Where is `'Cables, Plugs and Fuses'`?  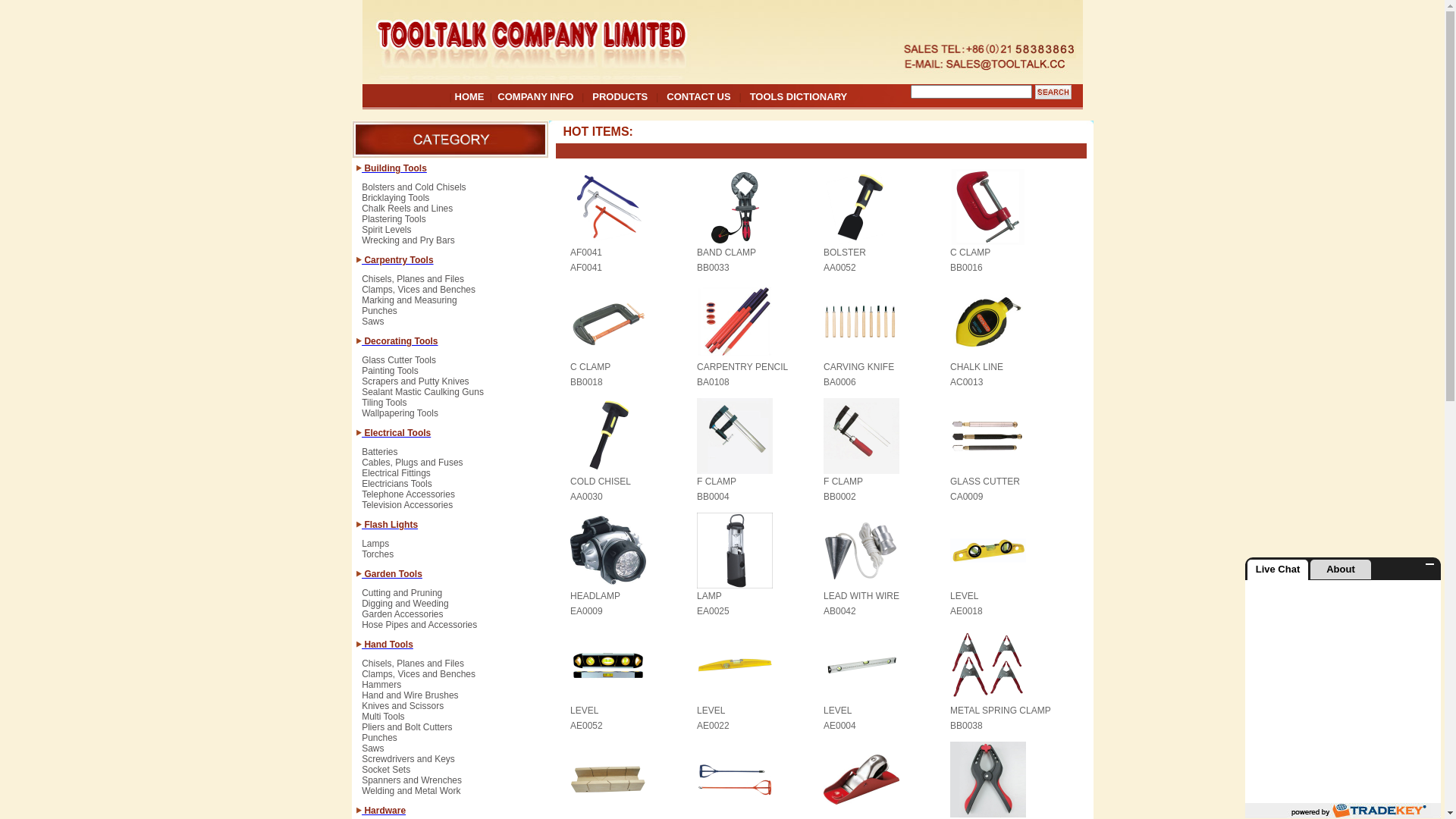 'Cables, Plugs and Fuses' is located at coordinates (412, 467).